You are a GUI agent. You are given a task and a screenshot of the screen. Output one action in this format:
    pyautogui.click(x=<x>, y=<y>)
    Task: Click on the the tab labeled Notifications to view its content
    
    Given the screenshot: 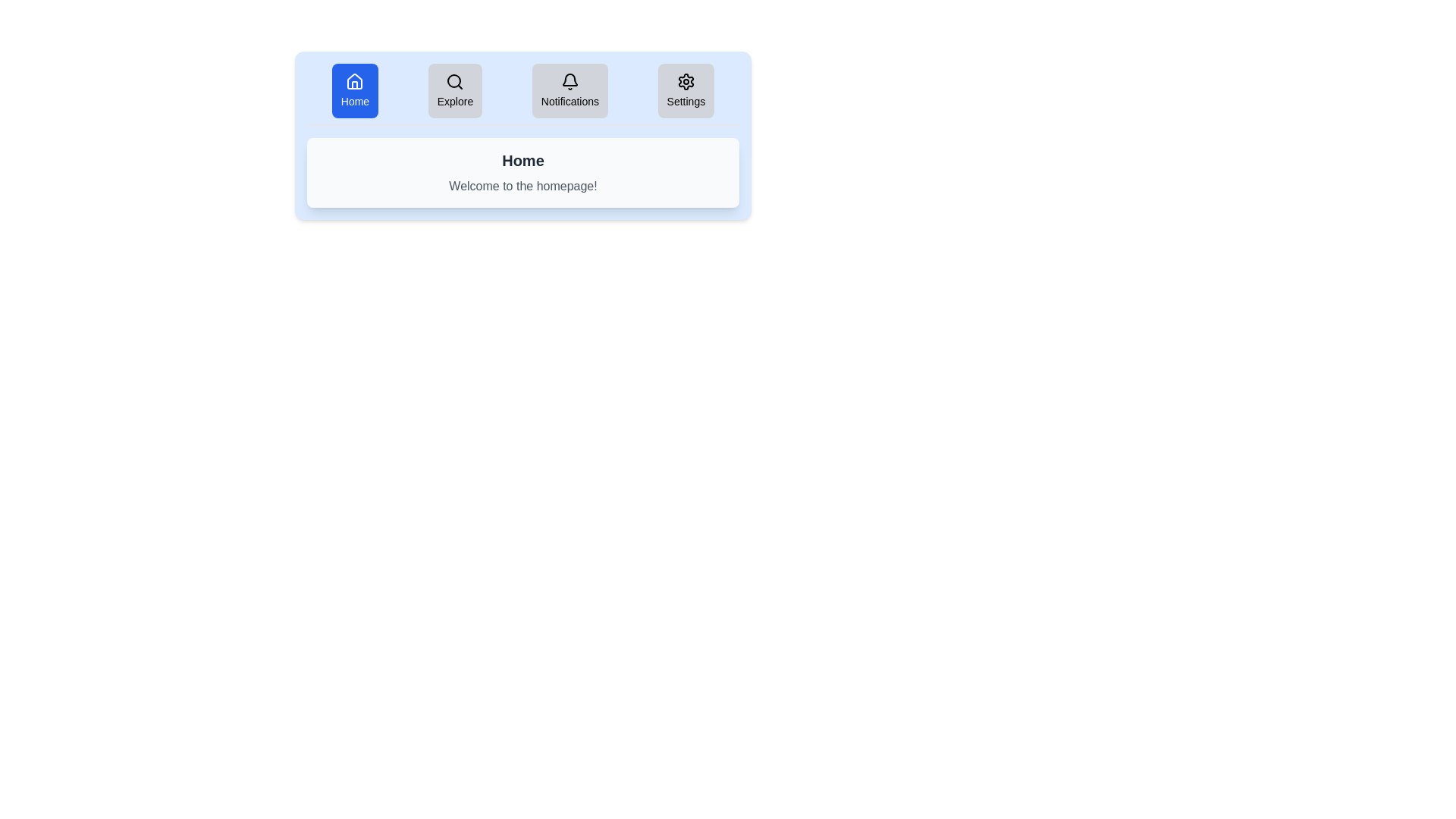 What is the action you would take?
    pyautogui.click(x=568, y=90)
    